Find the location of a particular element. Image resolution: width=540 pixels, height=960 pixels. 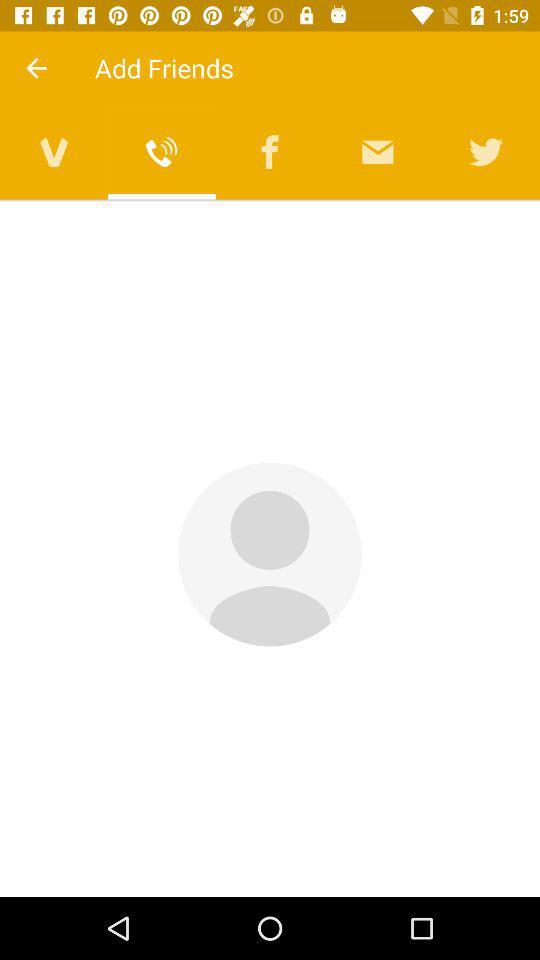

start video chat is located at coordinates (54, 151).